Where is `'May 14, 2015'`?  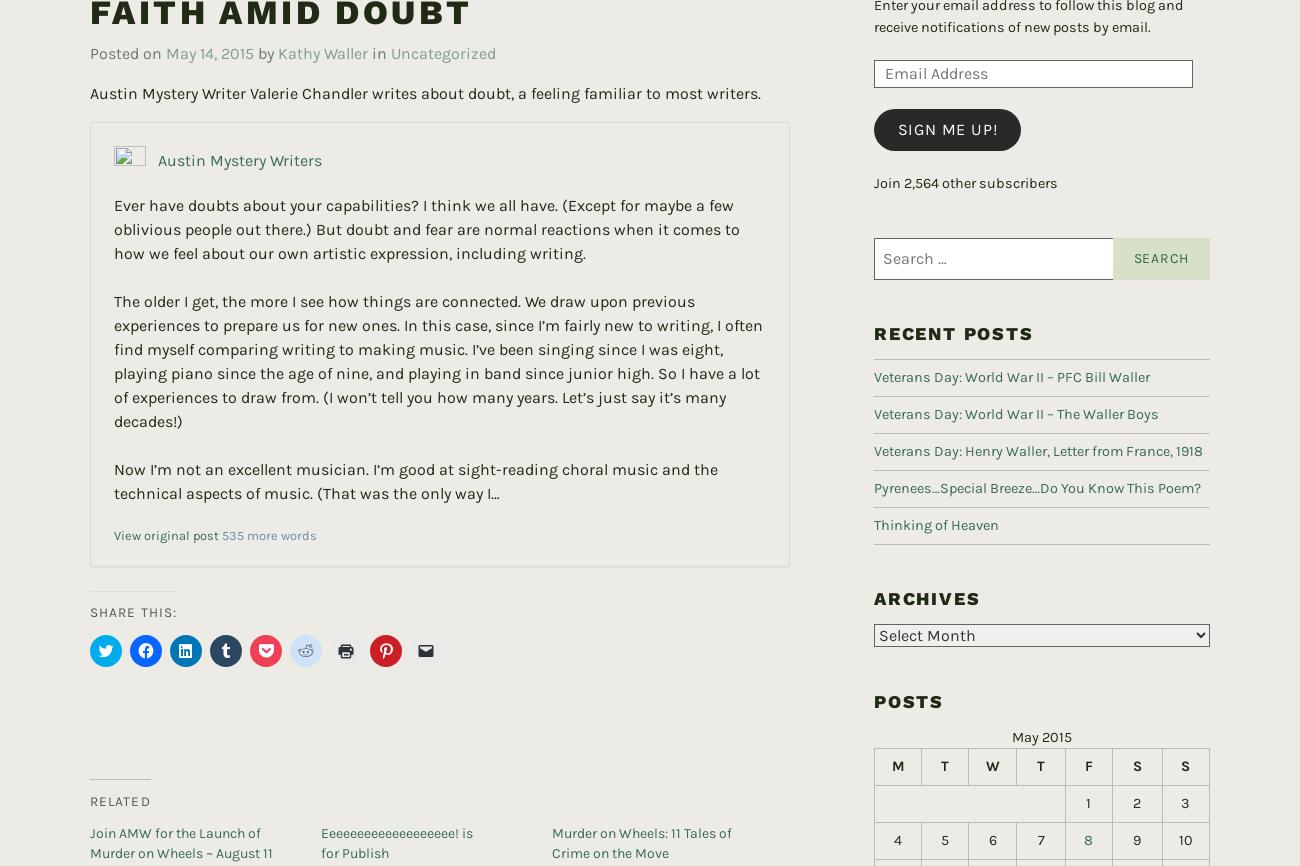 'May 14, 2015' is located at coordinates (166, 21).